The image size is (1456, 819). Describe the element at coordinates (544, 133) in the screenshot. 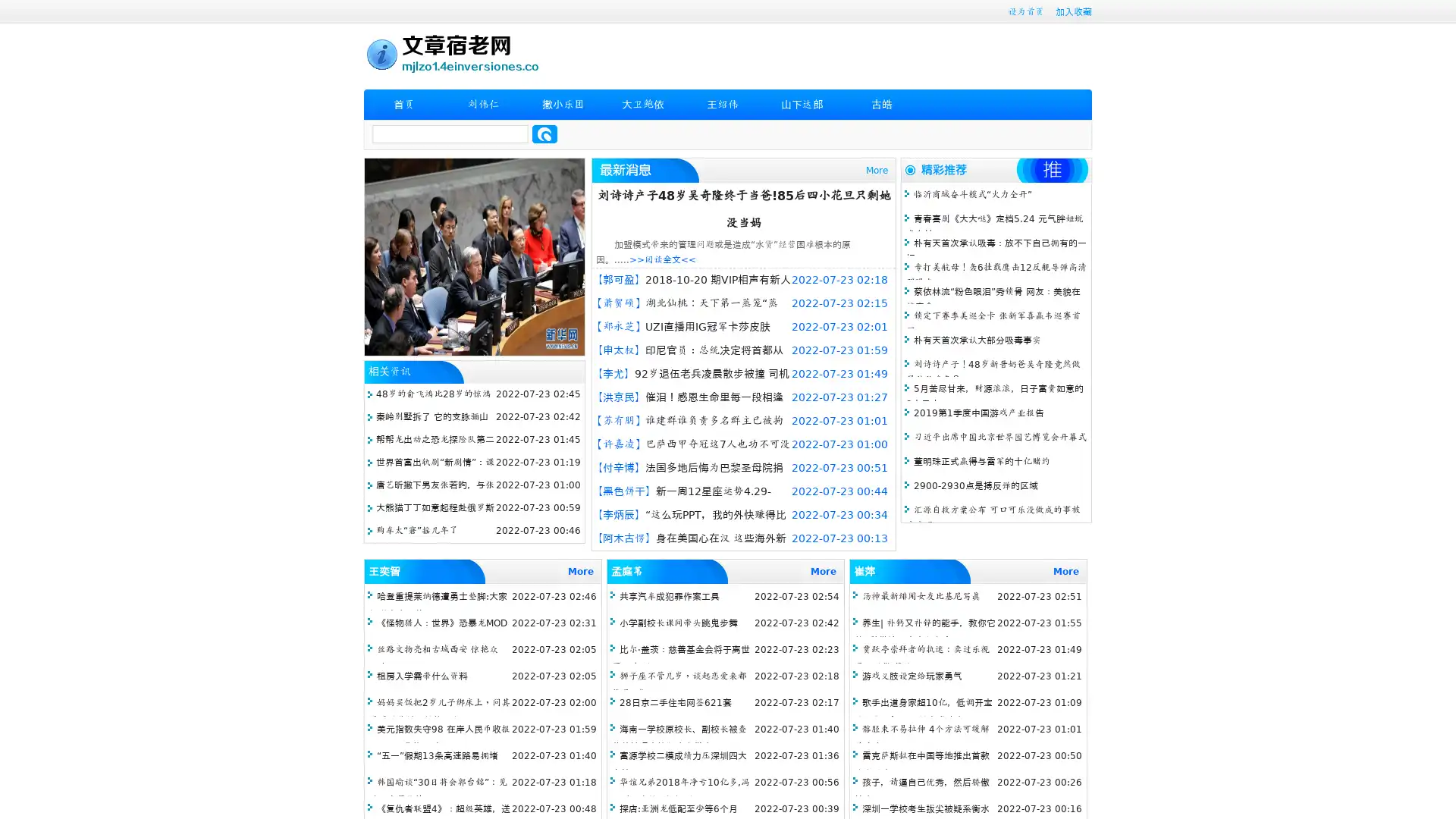

I see `Search` at that location.